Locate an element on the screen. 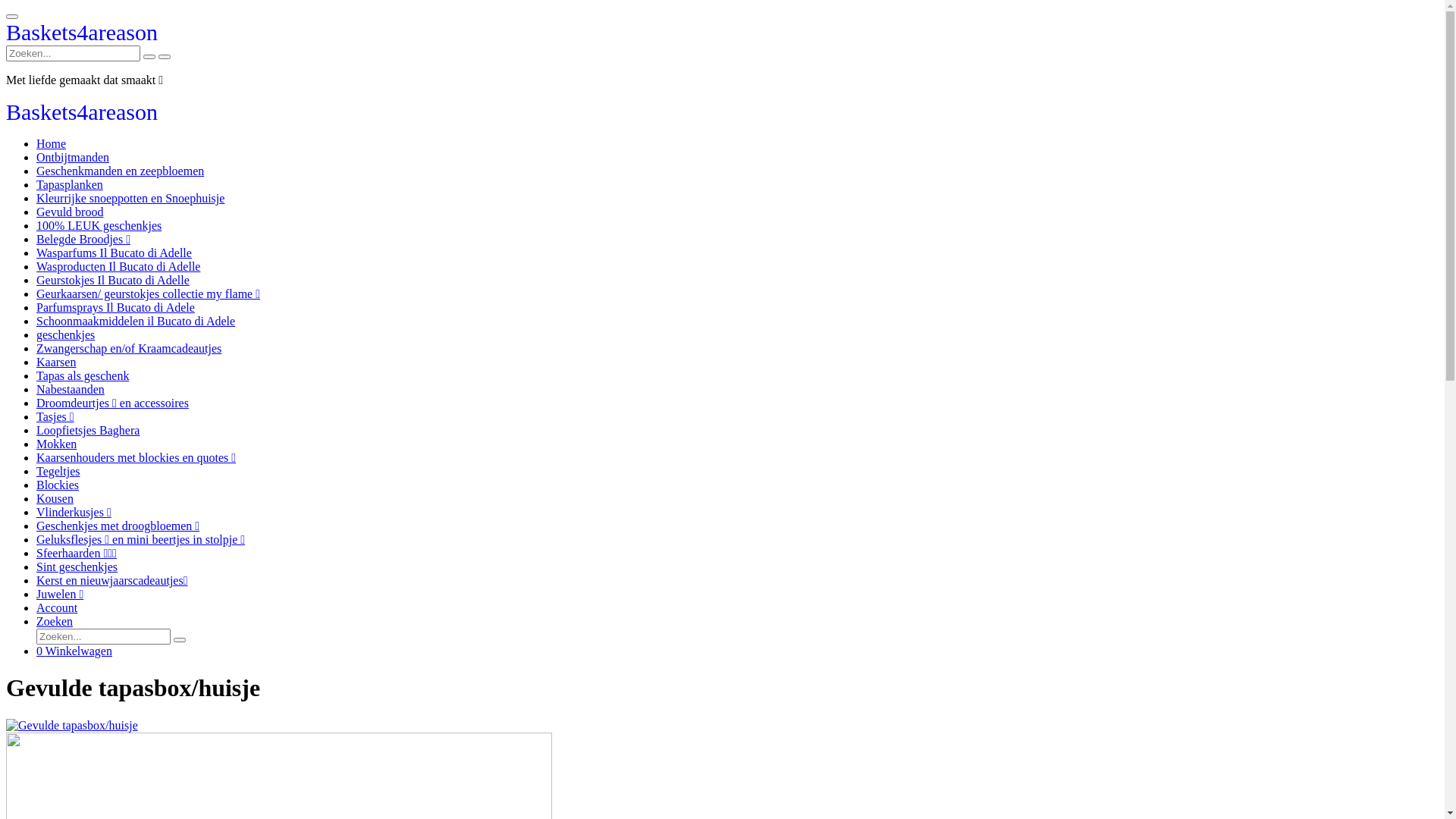 The height and width of the screenshot is (819, 1456). 'Account' is located at coordinates (57, 607).